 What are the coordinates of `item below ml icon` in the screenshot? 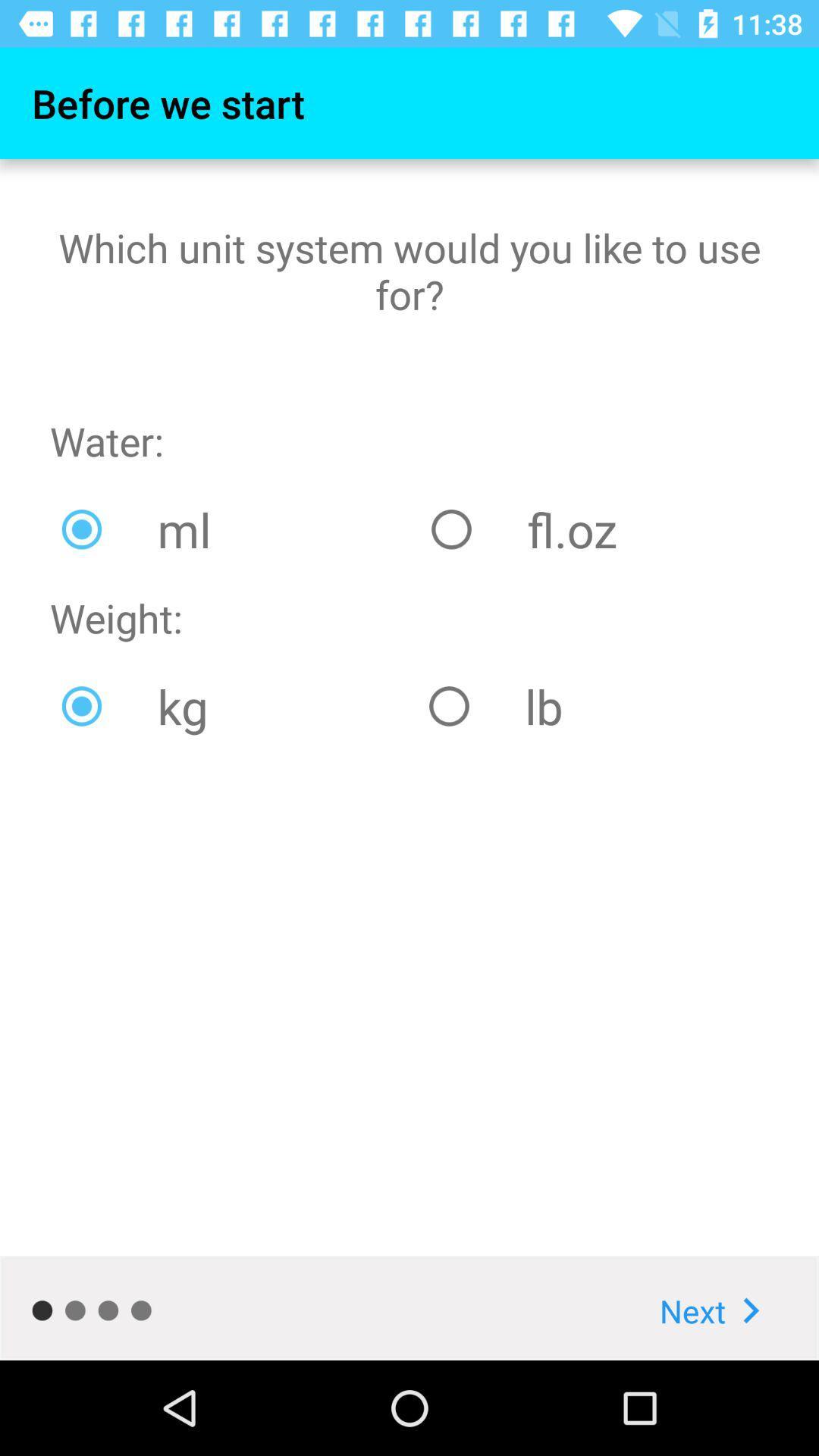 It's located at (592, 705).